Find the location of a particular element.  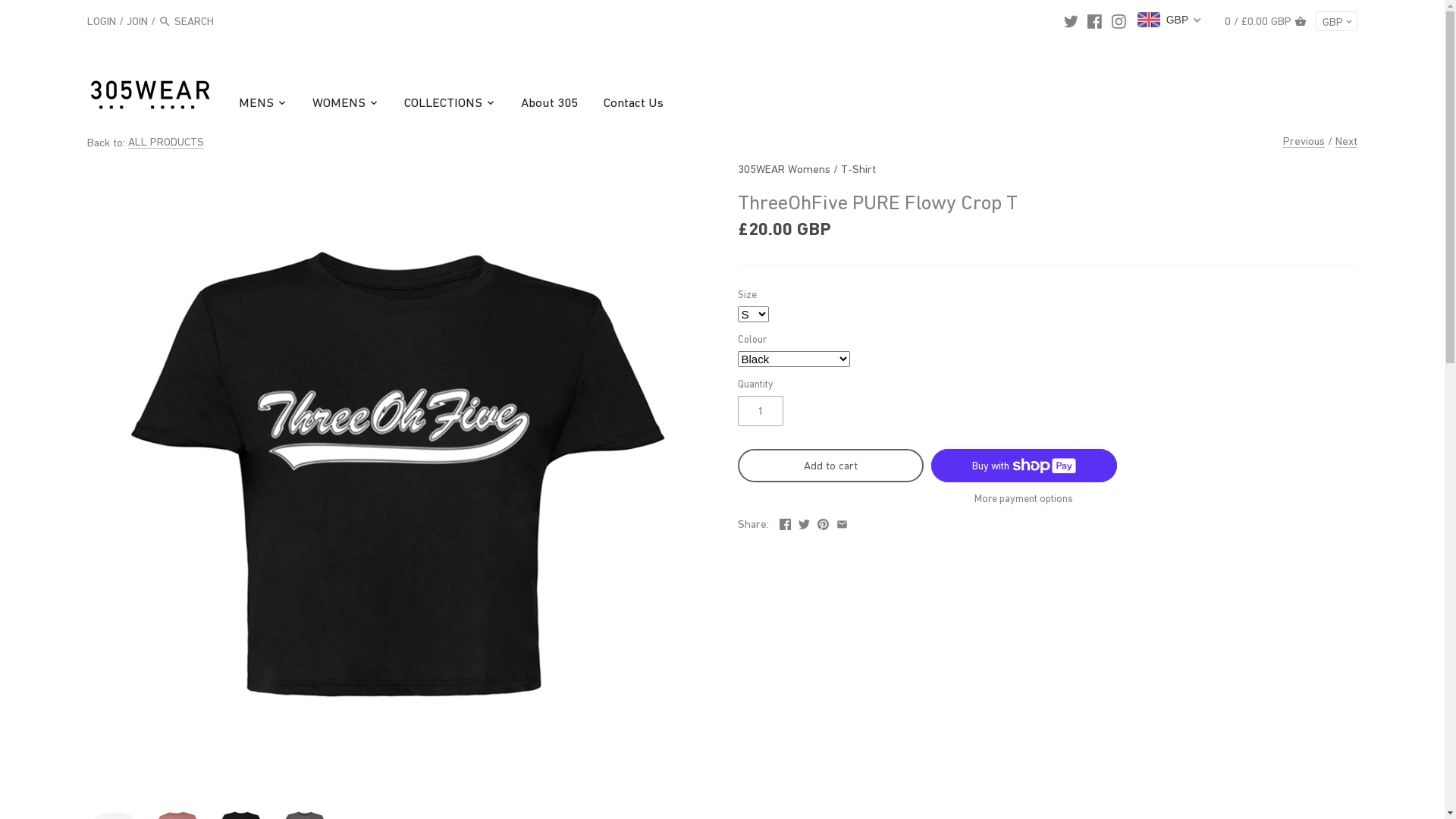

'305WEAR Womens' is located at coordinates (783, 168).